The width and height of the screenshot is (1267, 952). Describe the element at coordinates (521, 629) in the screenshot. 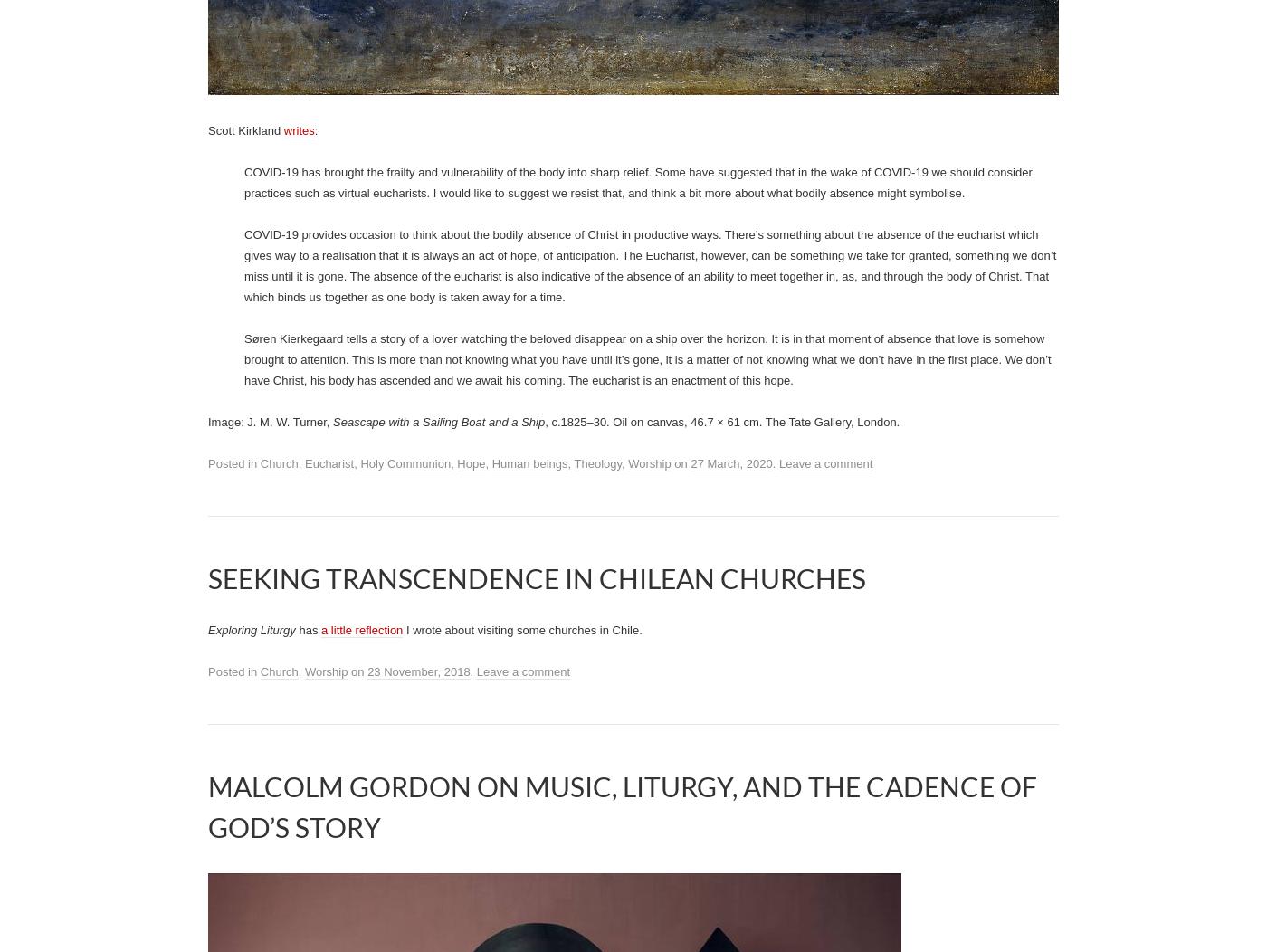

I see `'I wrote about visiting some churches in Chile.'` at that location.